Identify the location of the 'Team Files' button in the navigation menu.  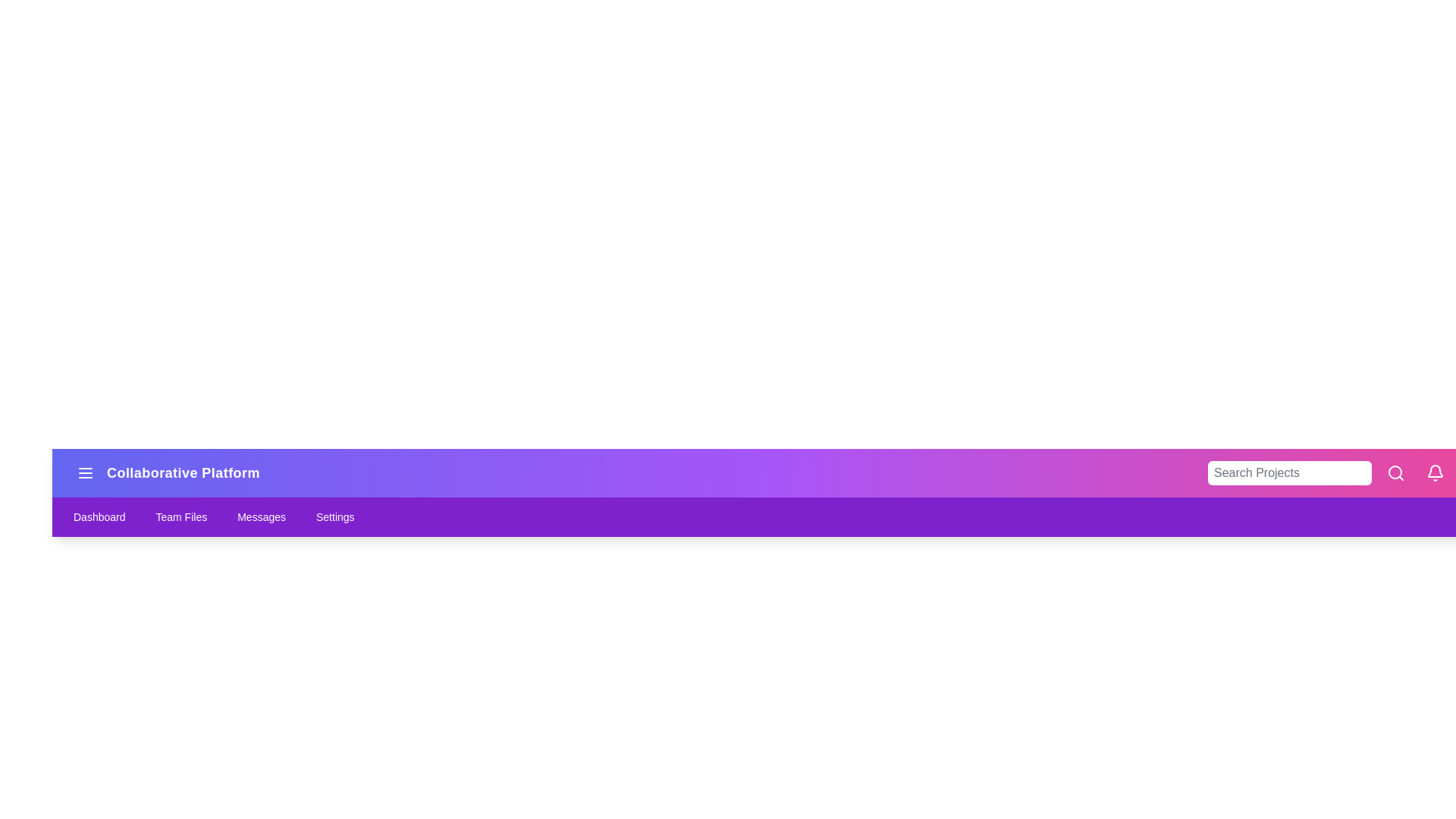
(181, 516).